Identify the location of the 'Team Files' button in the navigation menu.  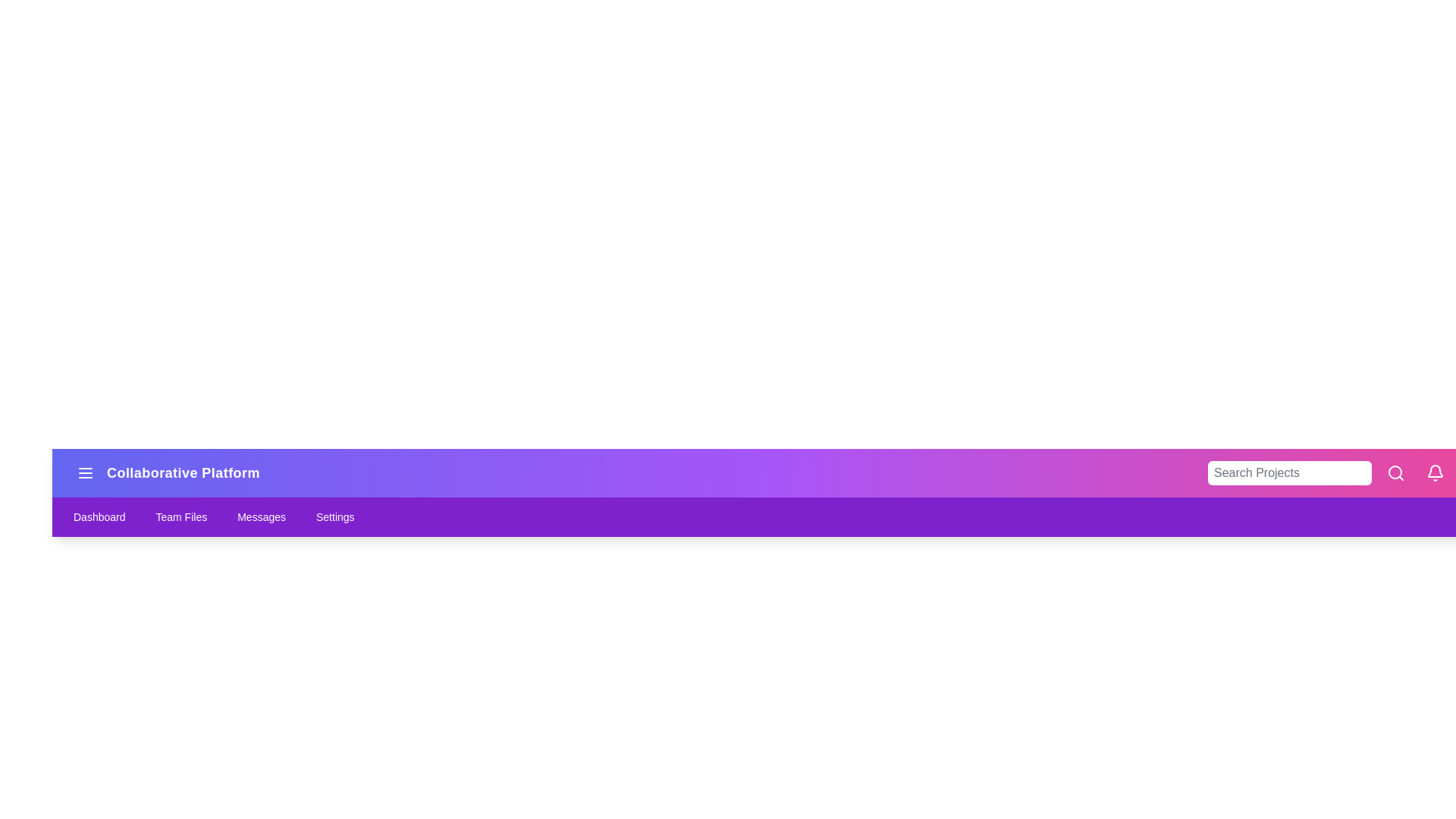
(181, 516).